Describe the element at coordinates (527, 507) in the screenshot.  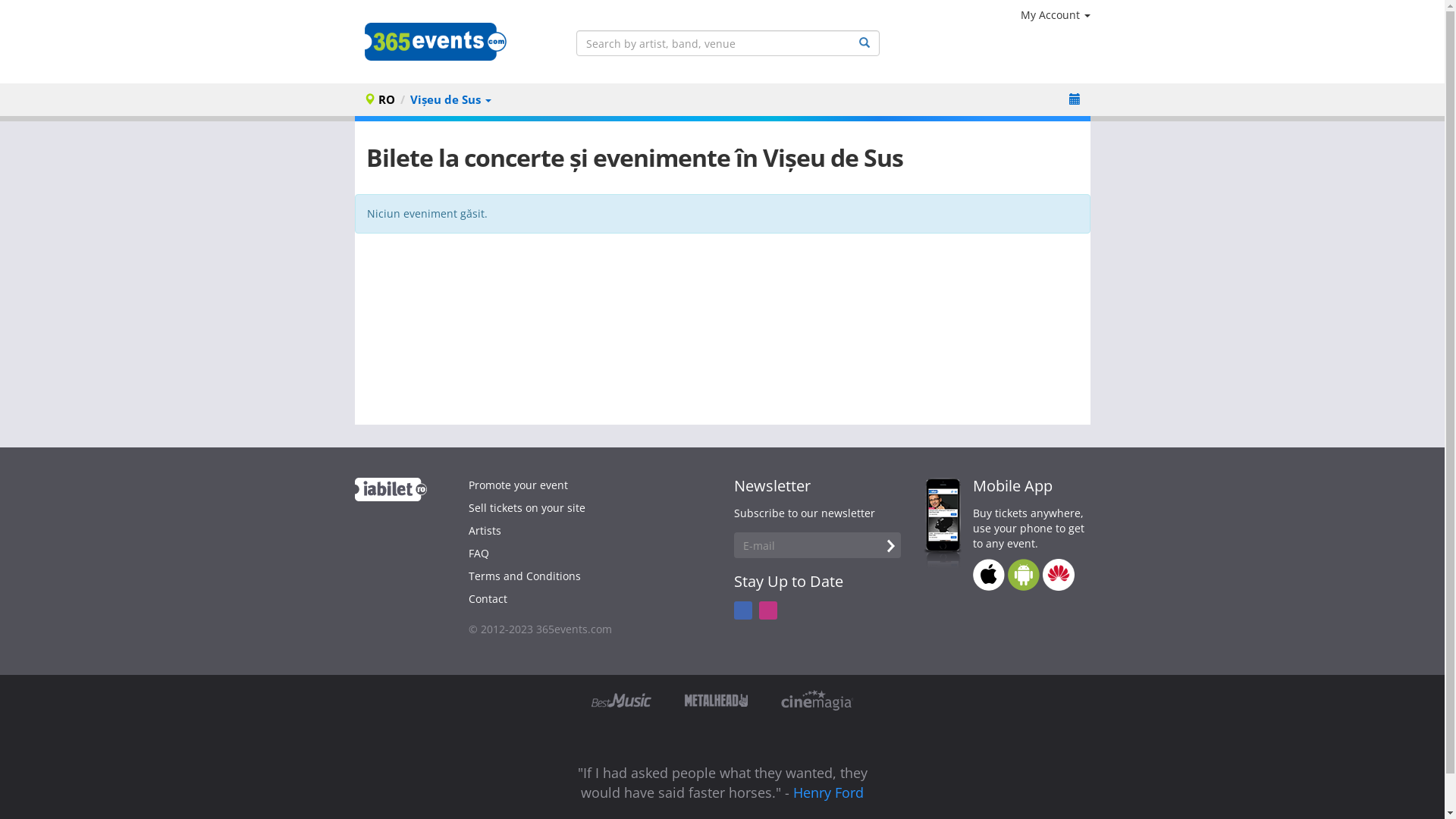
I see `'Sell tickets on your site'` at that location.